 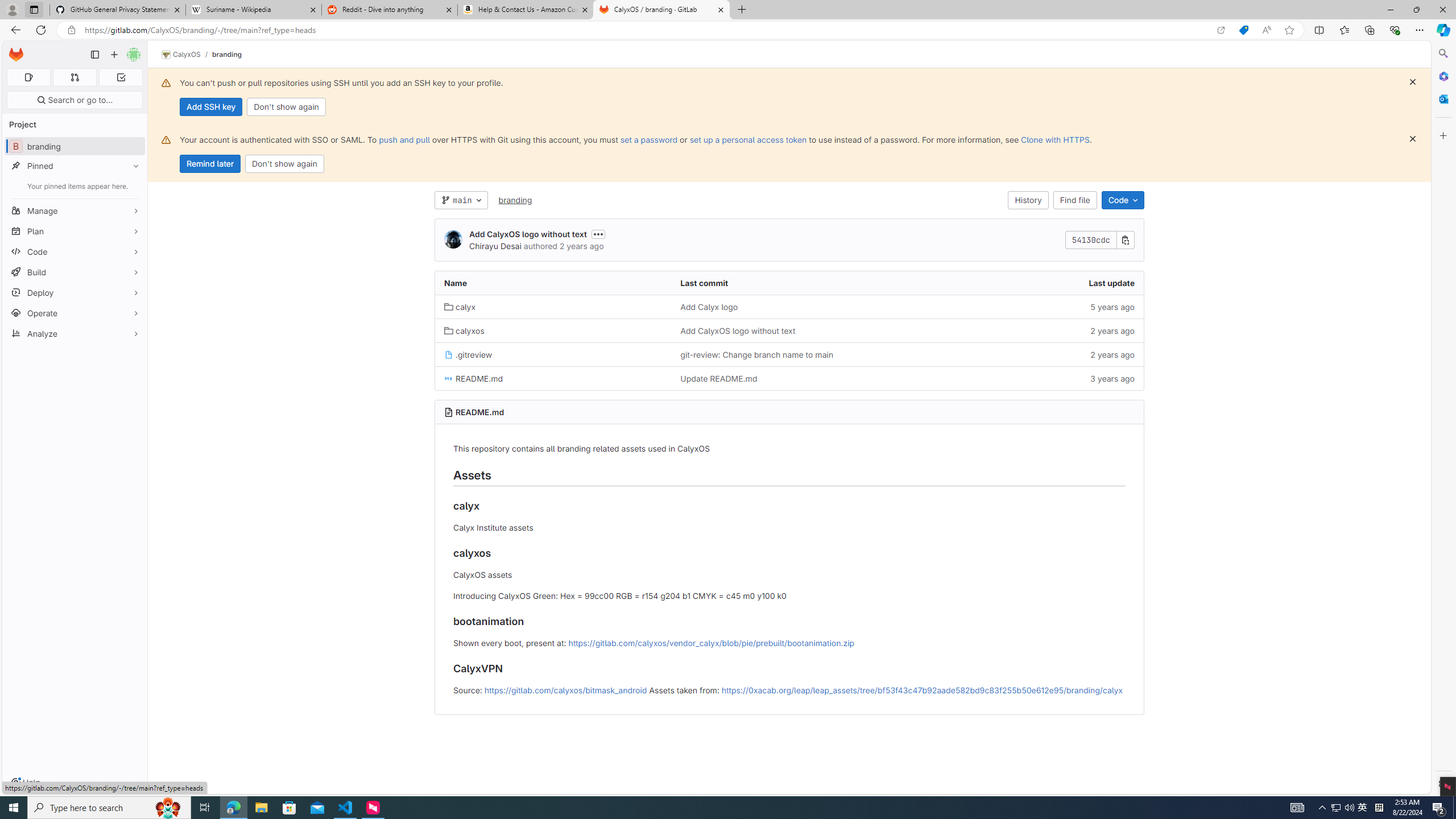 What do you see at coordinates (1412, 139) in the screenshot?
I see `'Dismiss'` at bounding box center [1412, 139].